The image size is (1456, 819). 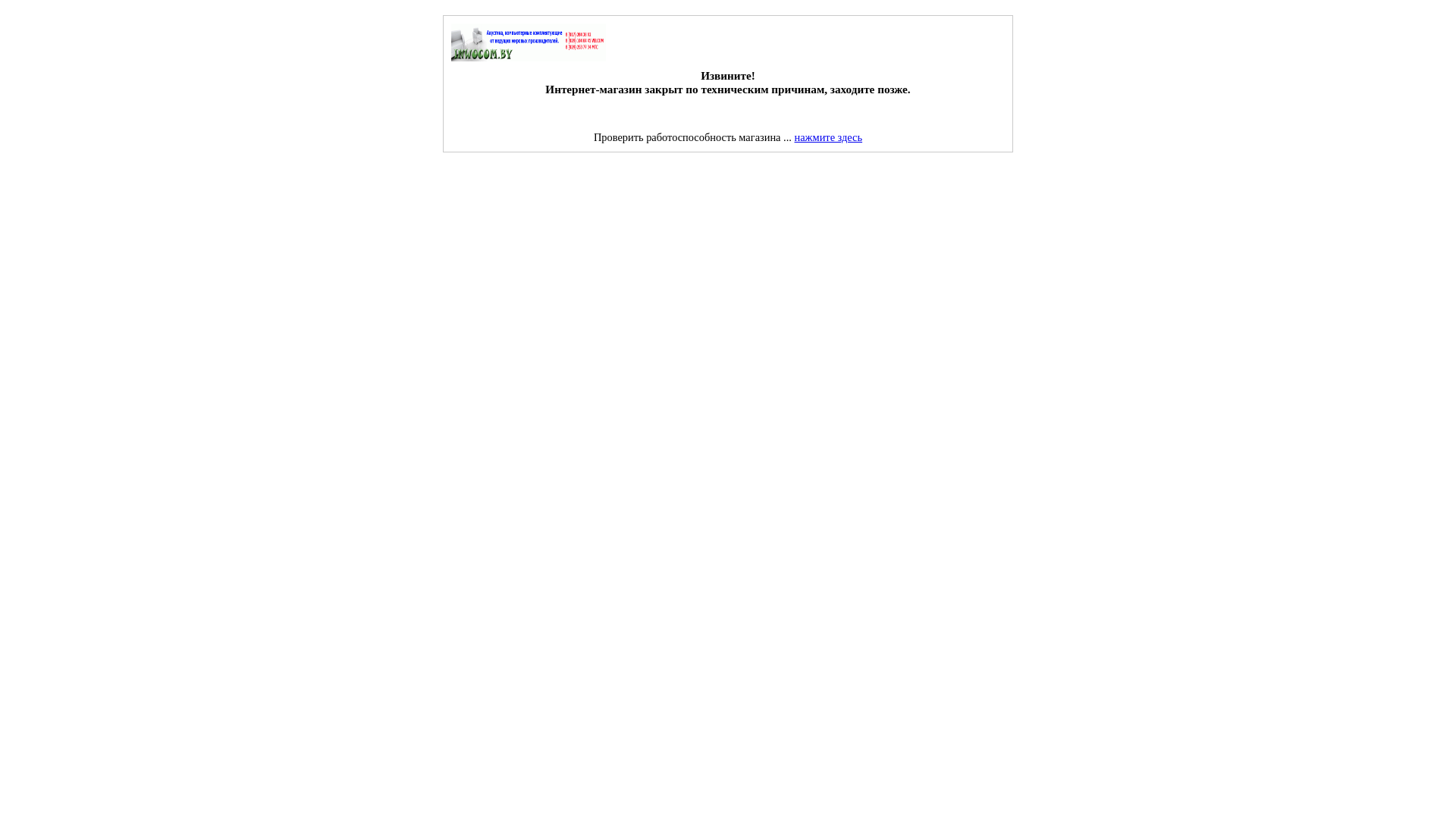 What do you see at coordinates (105, 171) in the screenshot?
I see `'Industrial Safety Bumper'` at bounding box center [105, 171].